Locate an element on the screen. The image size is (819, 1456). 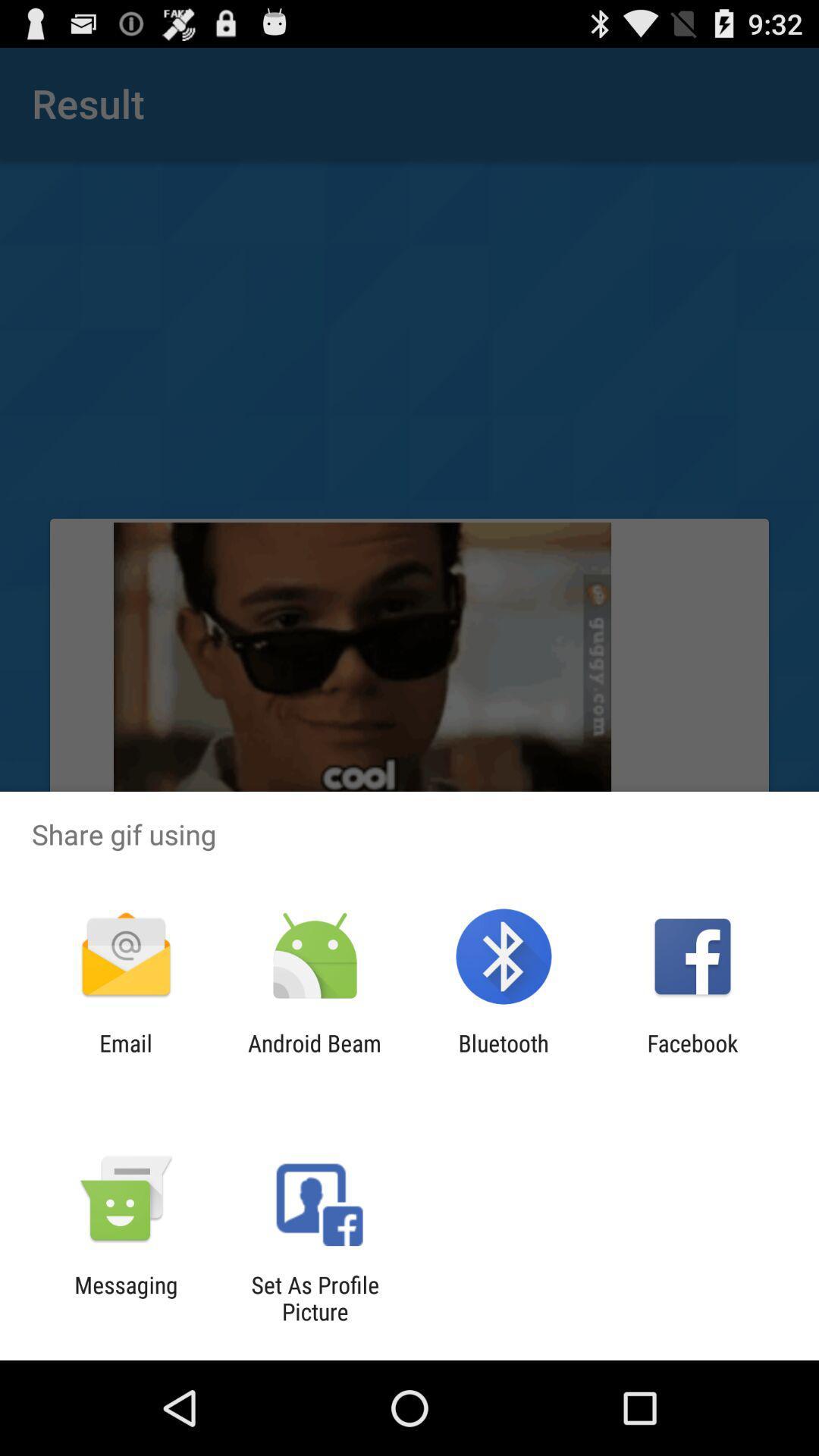
icon next to the bluetooth is located at coordinates (692, 1056).